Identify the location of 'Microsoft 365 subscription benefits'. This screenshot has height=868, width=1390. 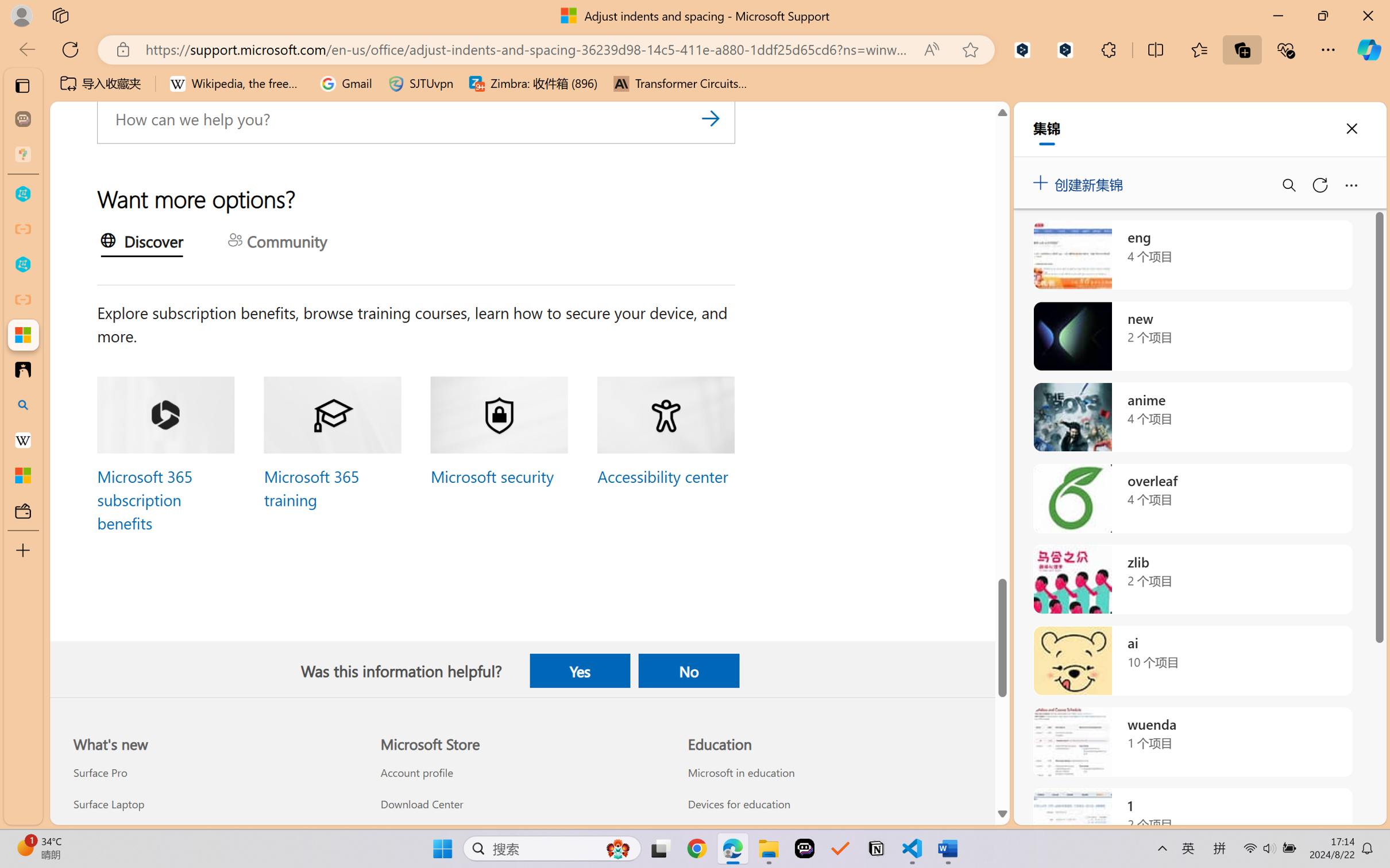
(144, 499).